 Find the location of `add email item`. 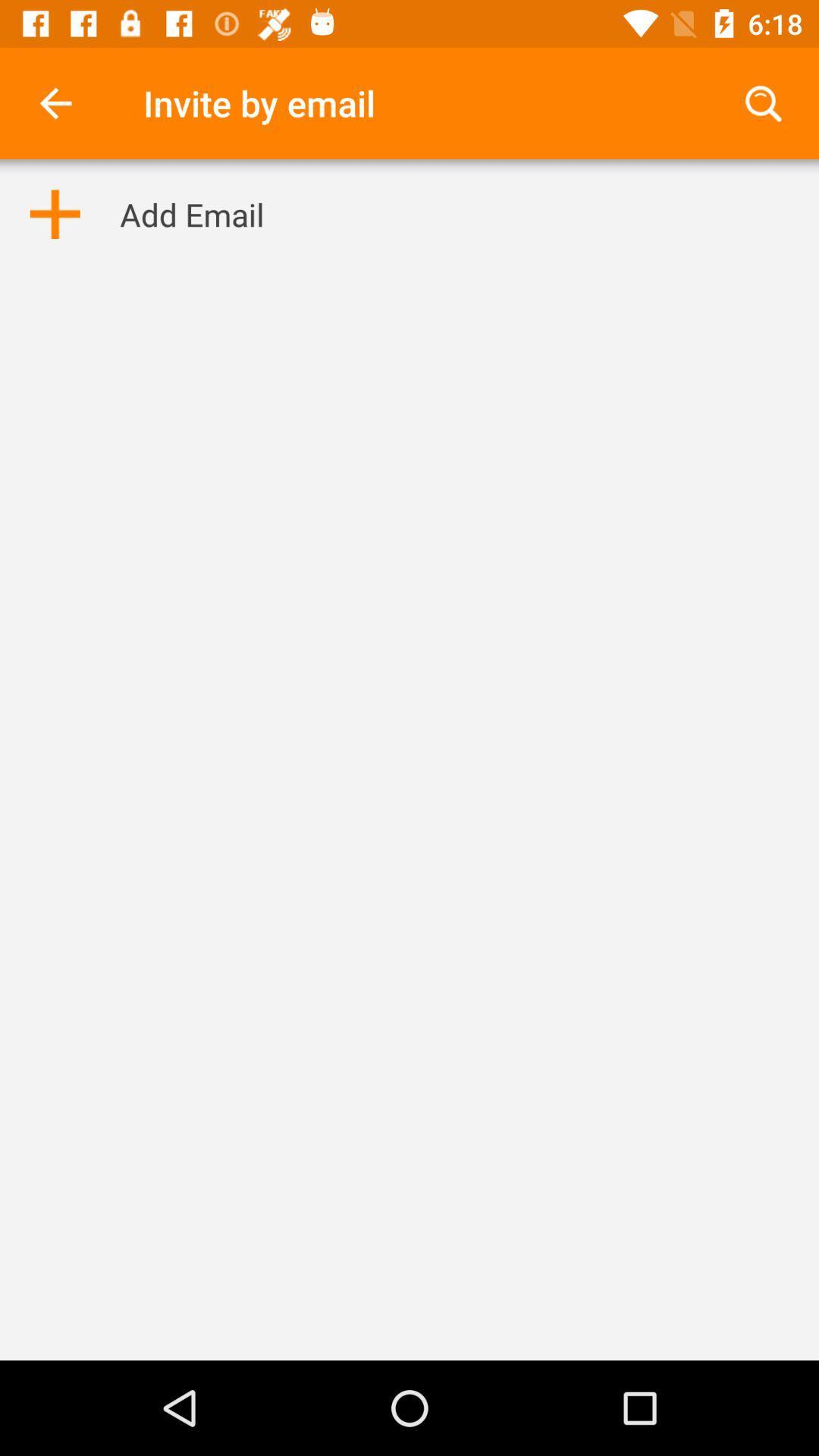

add email item is located at coordinates (191, 213).